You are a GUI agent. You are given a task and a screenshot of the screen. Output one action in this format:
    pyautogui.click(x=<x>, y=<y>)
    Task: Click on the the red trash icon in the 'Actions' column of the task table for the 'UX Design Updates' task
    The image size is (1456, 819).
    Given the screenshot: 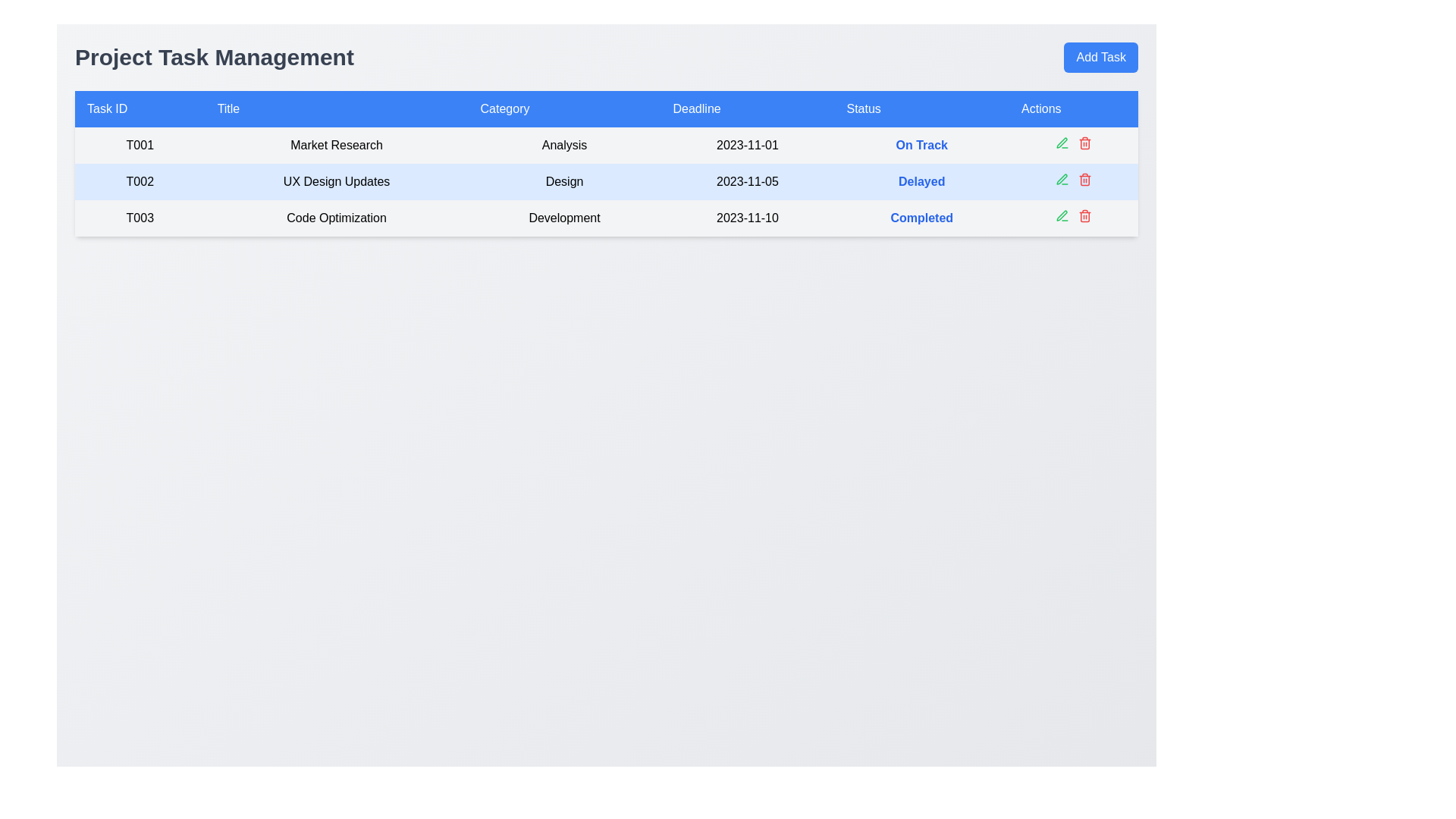 What is the action you would take?
    pyautogui.click(x=1084, y=178)
    